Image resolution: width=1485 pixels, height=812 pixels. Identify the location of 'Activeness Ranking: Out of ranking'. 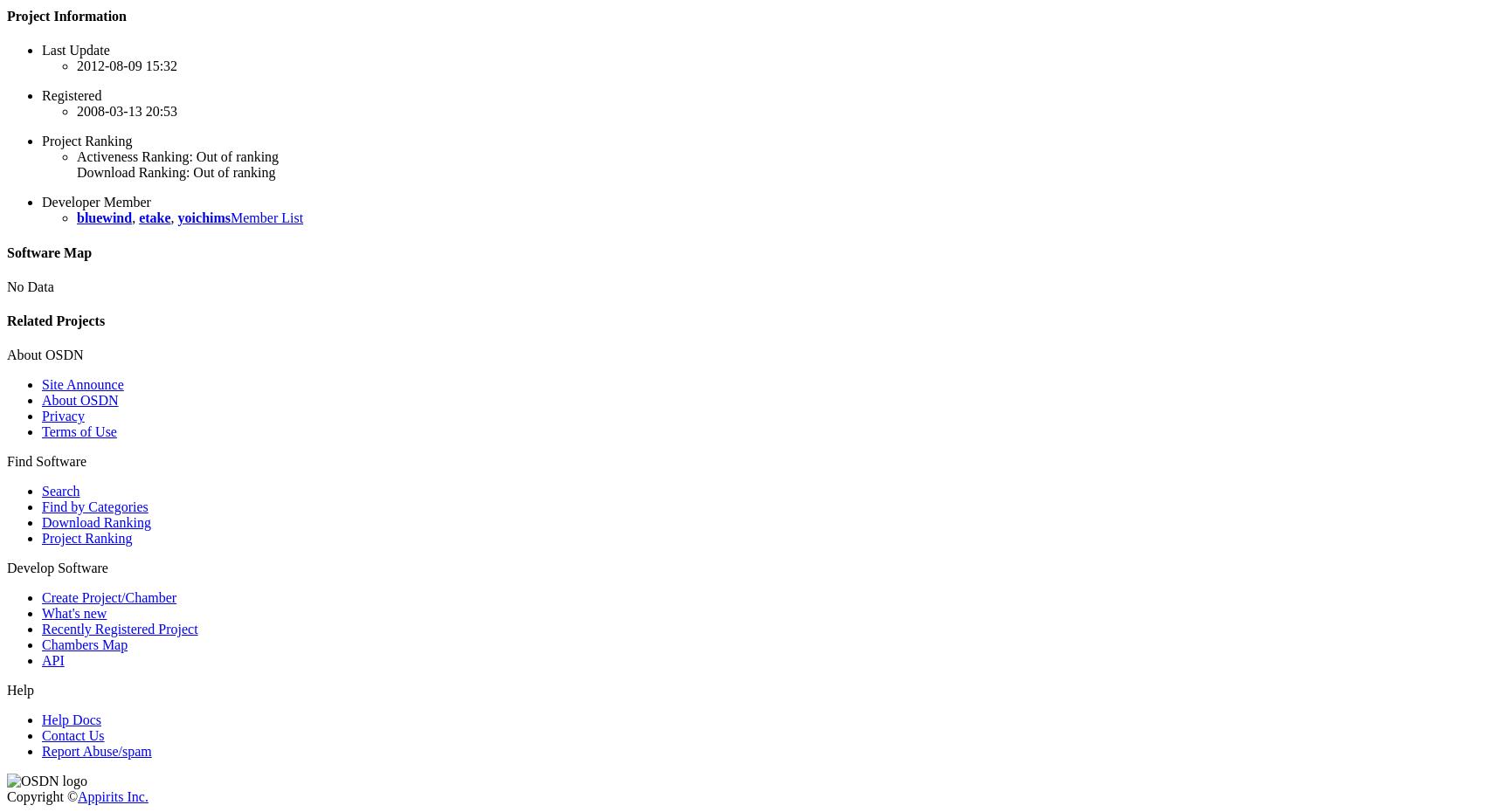
(176, 155).